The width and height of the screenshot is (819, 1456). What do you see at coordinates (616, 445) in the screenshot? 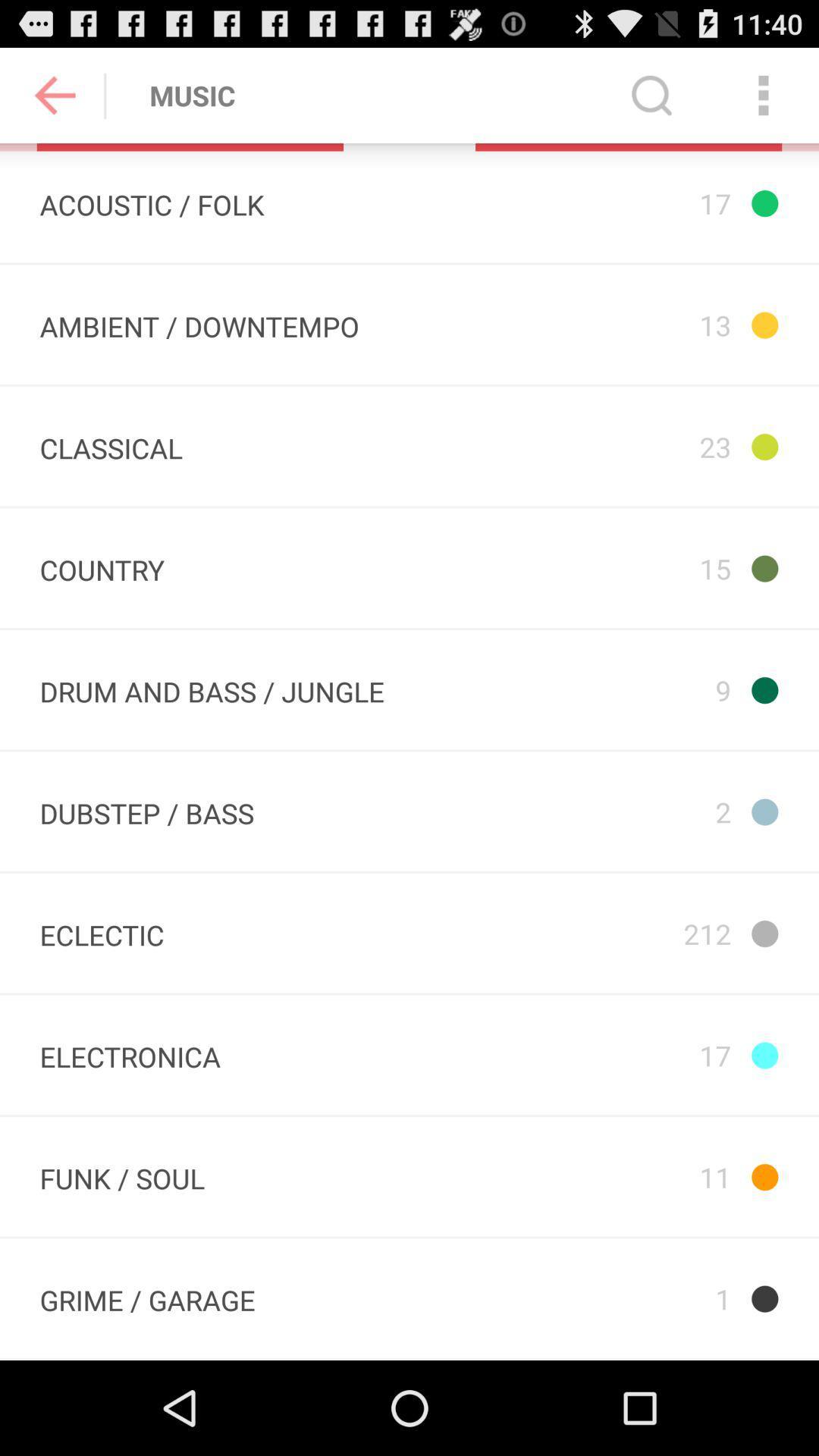
I see `the item to the right of the ambient / downtempo` at bounding box center [616, 445].